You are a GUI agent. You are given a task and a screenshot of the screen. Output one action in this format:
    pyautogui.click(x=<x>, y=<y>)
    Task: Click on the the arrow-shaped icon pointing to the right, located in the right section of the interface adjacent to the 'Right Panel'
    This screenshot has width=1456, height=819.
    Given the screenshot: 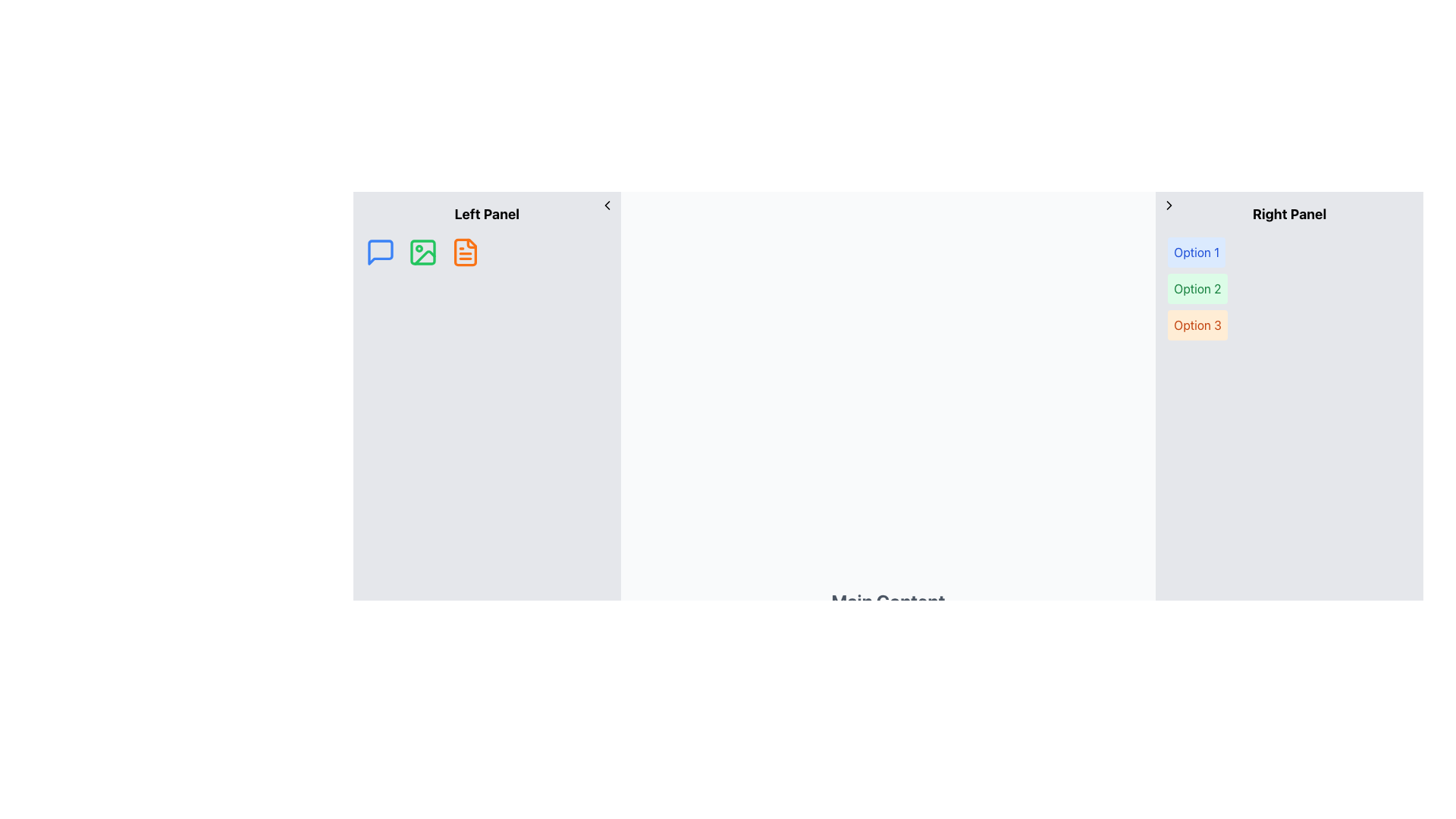 What is the action you would take?
    pyautogui.click(x=1169, y=205)
    